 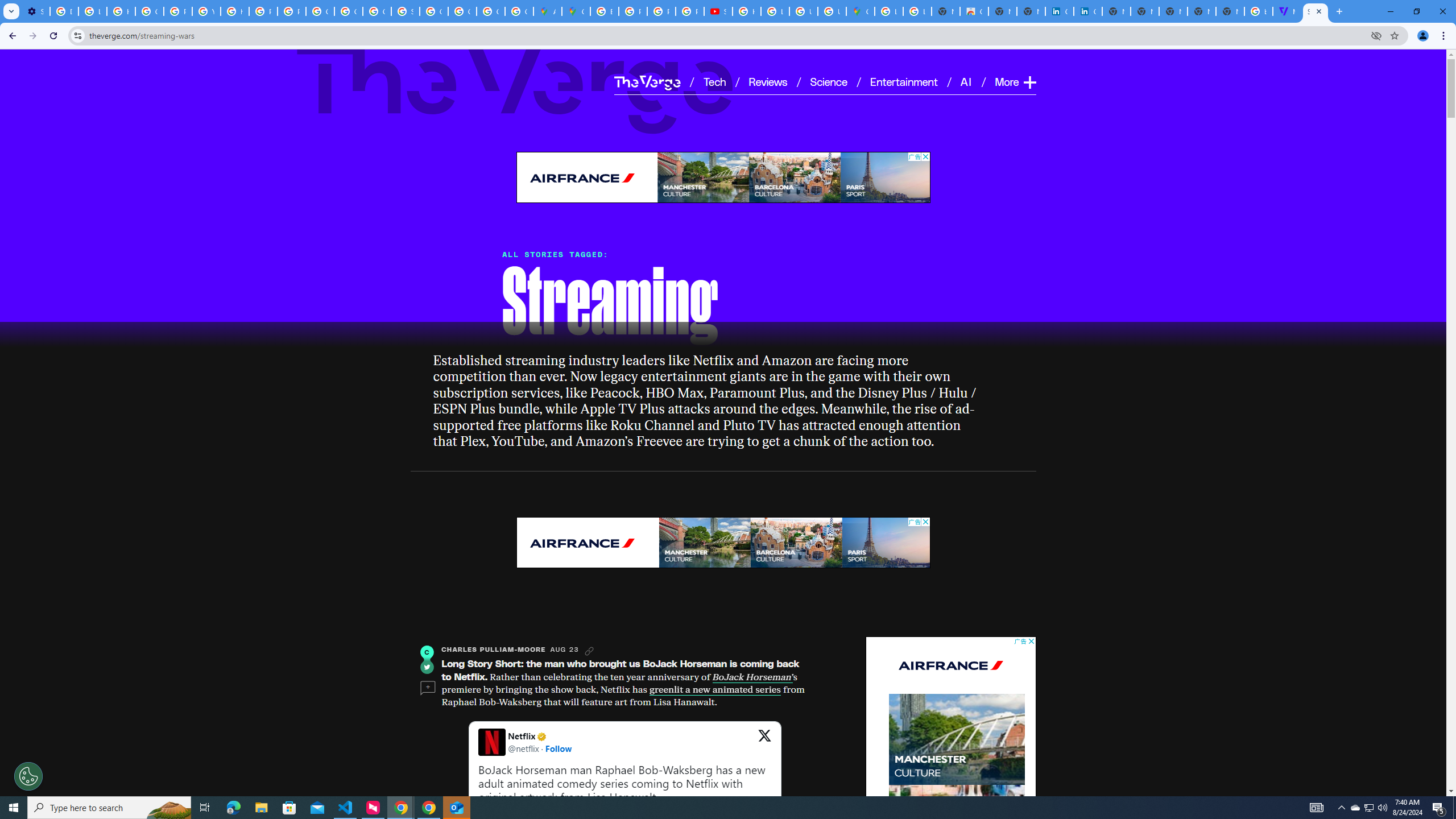 I want to click on 'Comments', so click(x=427, y=688).